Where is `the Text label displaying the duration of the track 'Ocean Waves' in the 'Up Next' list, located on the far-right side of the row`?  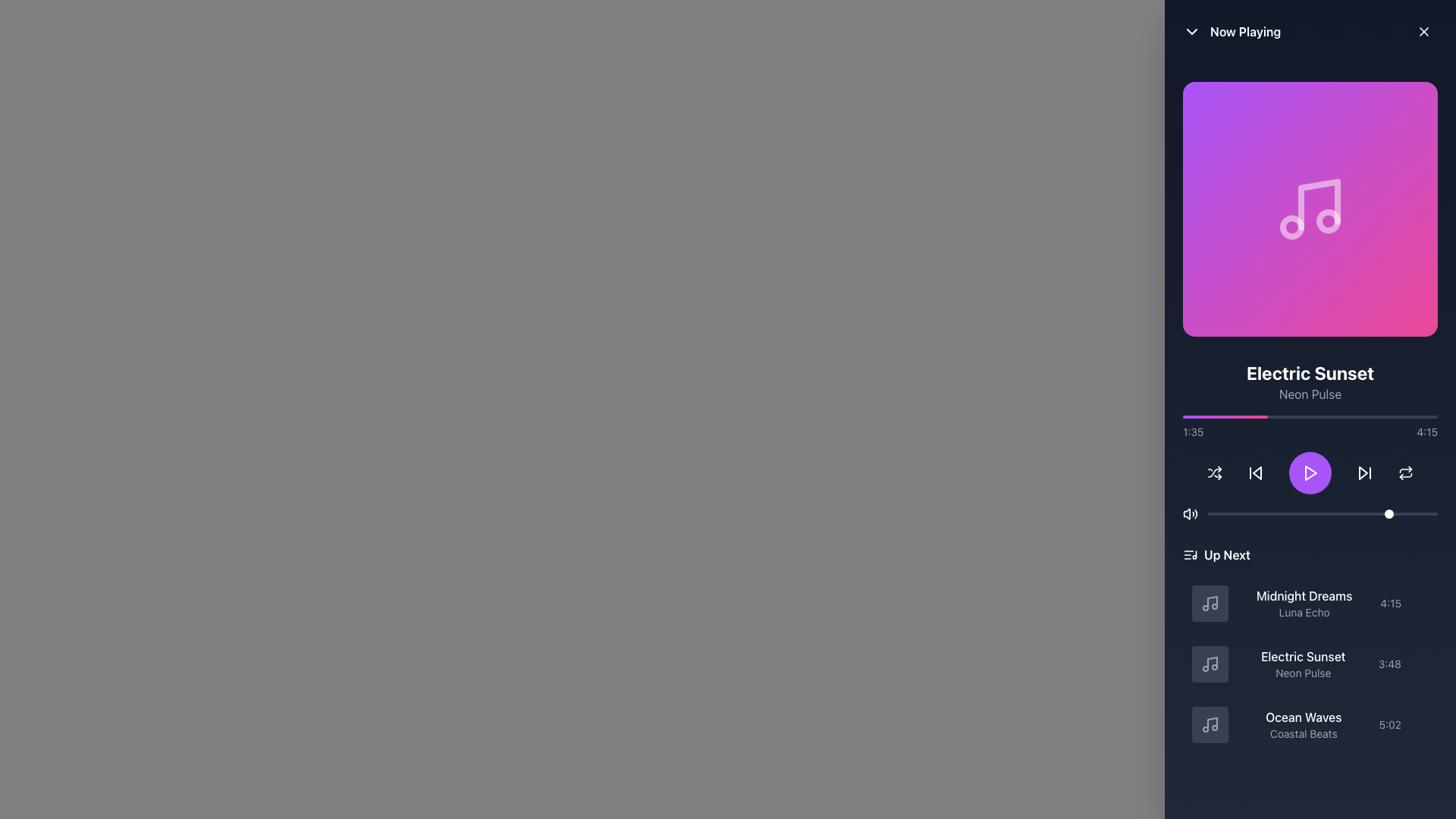 the Text label displaying the duration of the track 'Ocean Waves' in the 'Up Next' list, located on the far-right side of the row is located at coordinates (1390, 724).